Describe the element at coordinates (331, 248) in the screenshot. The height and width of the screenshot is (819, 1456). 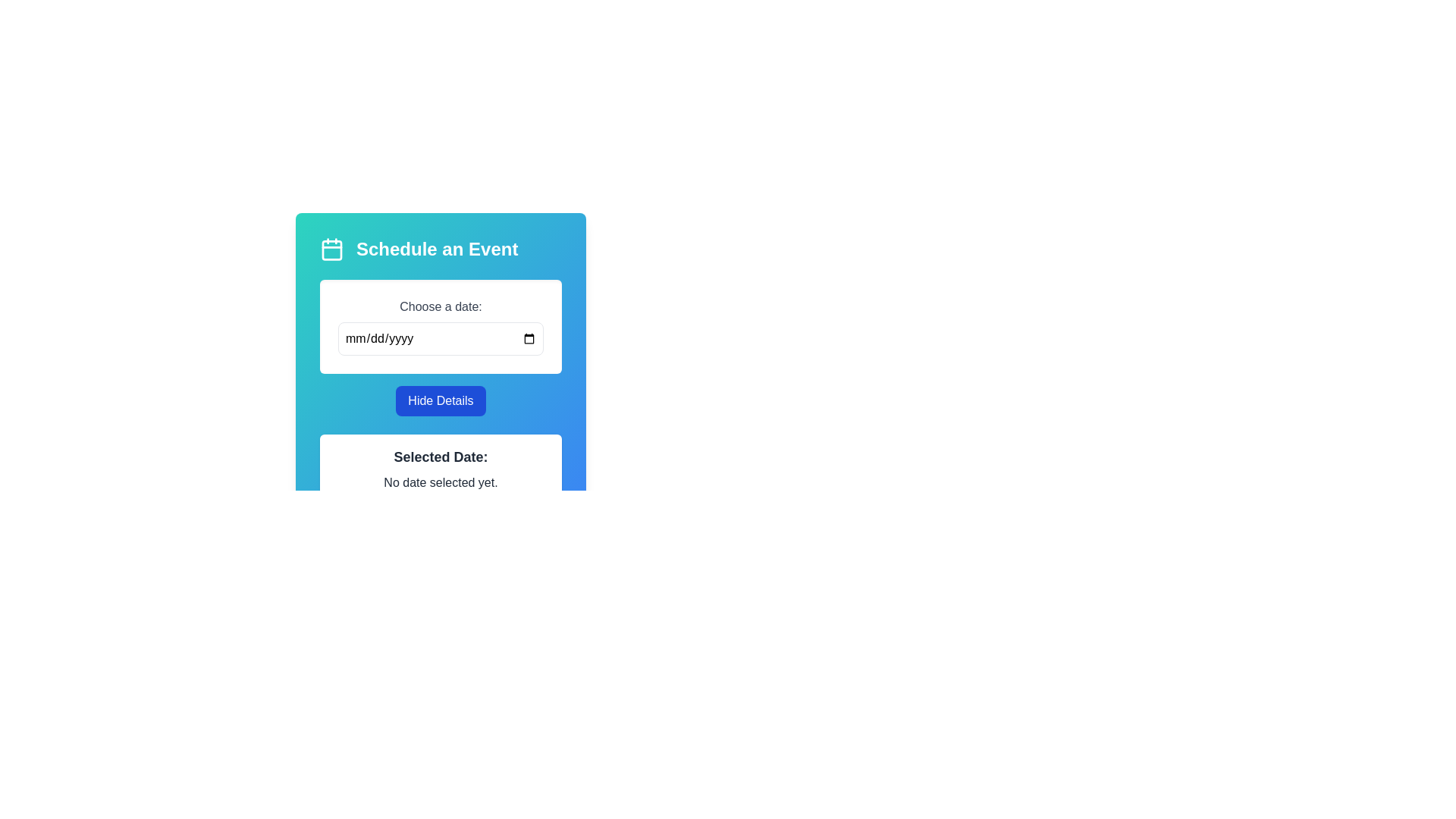
I see `the calendar icon located to the left of the 'Schedule an Event' text, which indicates the scheduling feature` at that location.